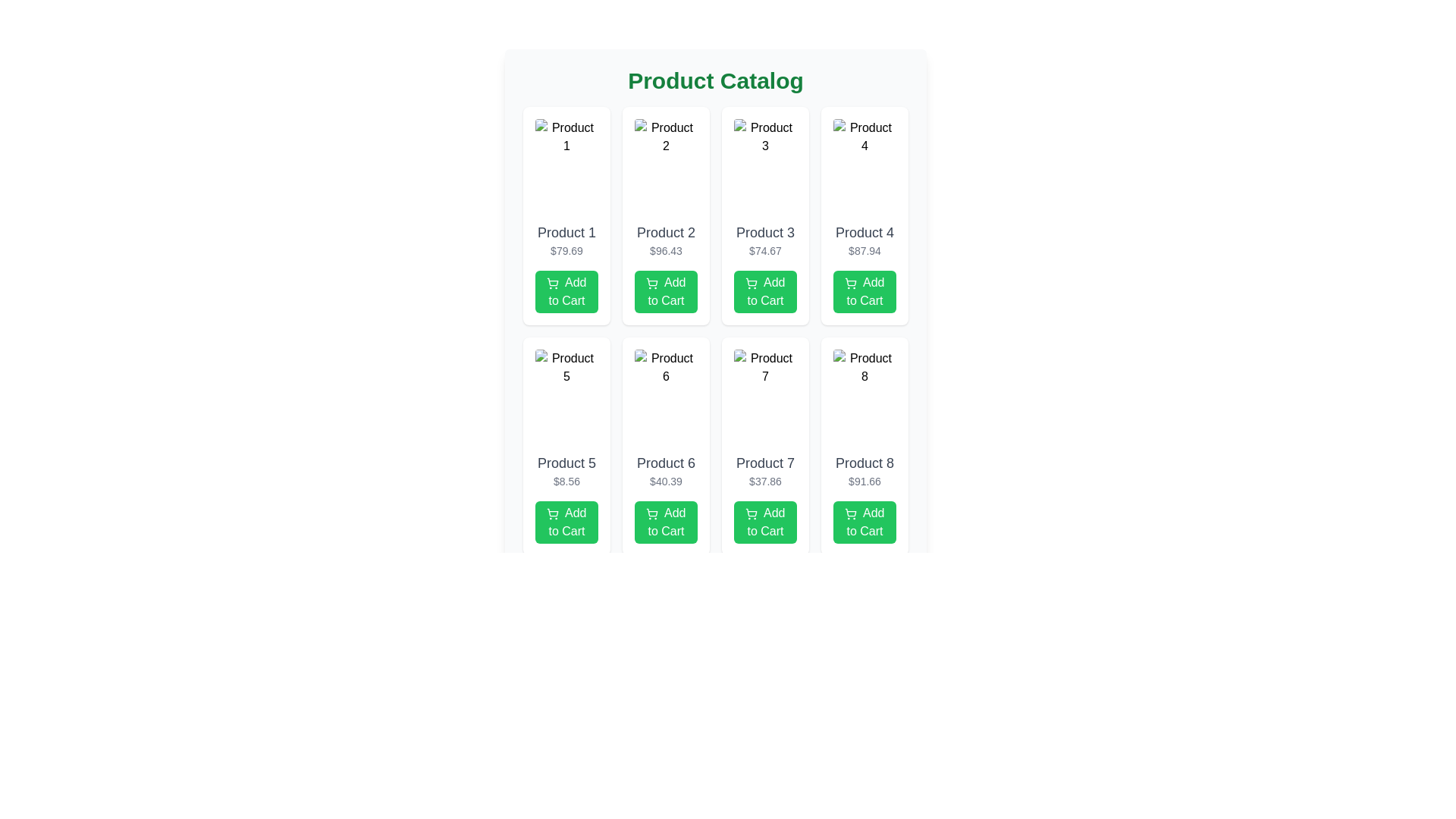  What do you see at coordinates (552, 513) in the screenshot?
I see `the 'Add to Cart' icon located centrally within the green button under 'Product 5' in the catalog grid` at bounding box center [552, 513].